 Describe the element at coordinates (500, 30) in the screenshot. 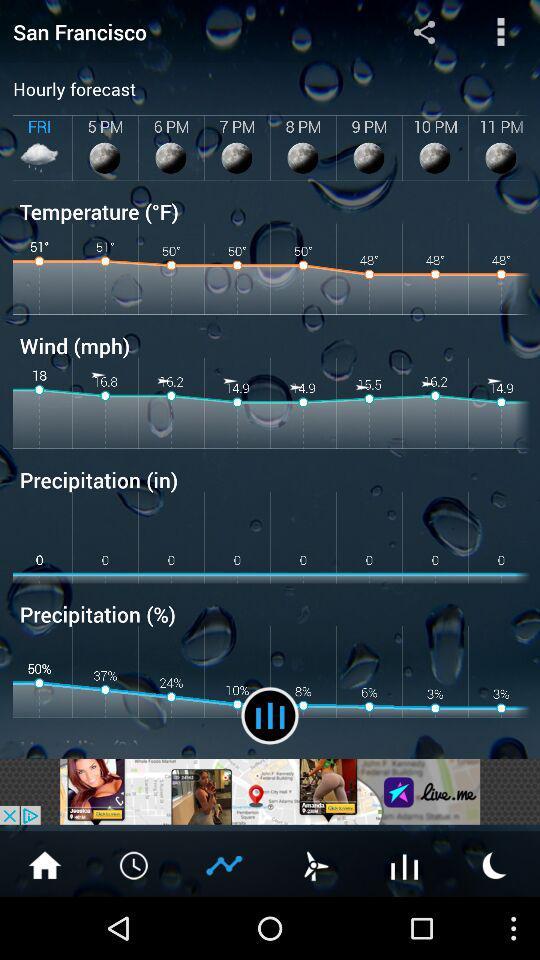

I see `more options` at that location.